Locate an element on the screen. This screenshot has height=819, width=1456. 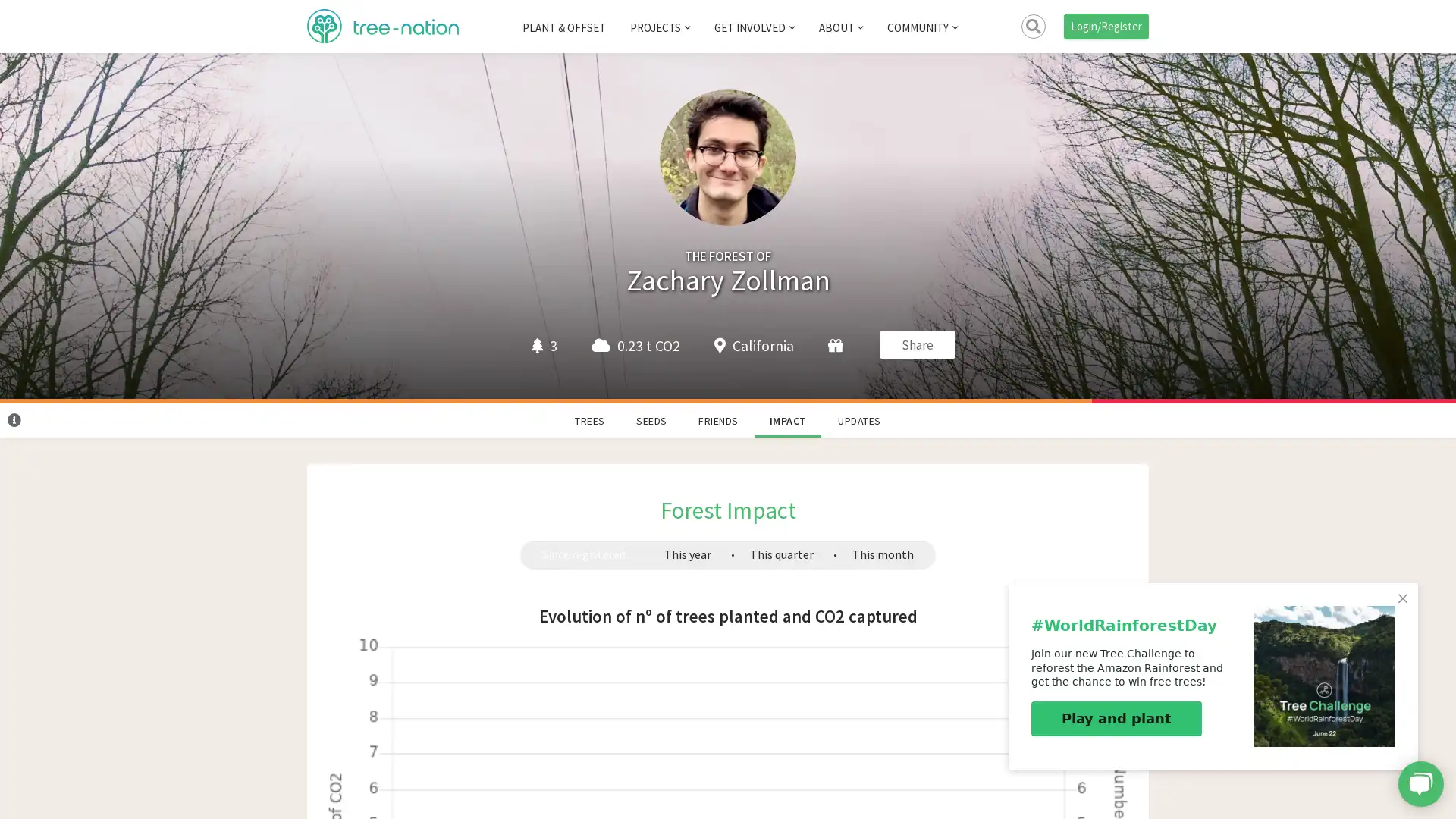
Since registered is located at coordinates (582, 554).